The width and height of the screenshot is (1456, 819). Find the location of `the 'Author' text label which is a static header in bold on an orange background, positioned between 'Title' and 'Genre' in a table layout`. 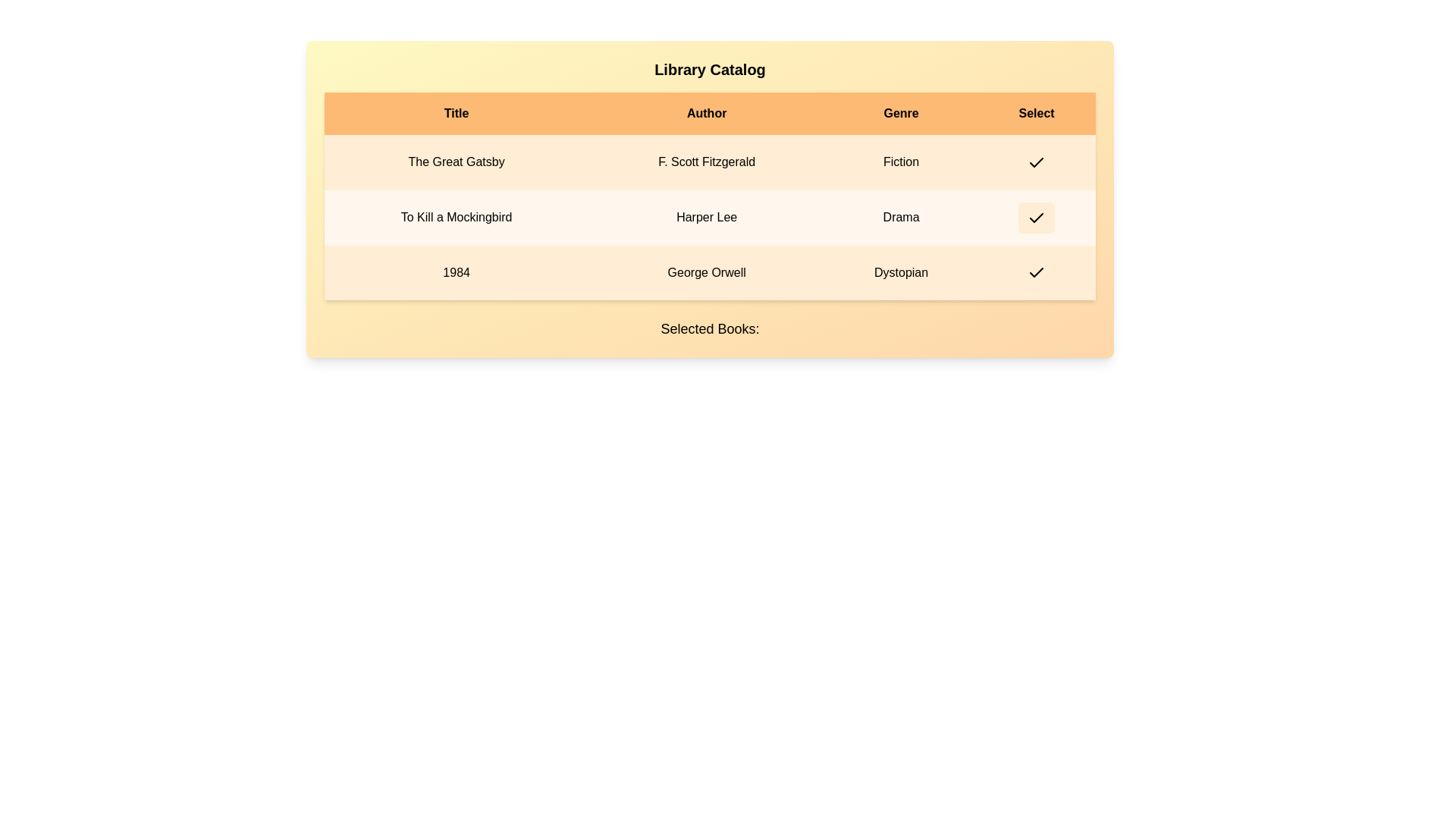

the 'Author' text label which is a static header in bold on an orange background, positioned between 'Title' and 'Genre' in a table layout is located at coordinates (706, 113).